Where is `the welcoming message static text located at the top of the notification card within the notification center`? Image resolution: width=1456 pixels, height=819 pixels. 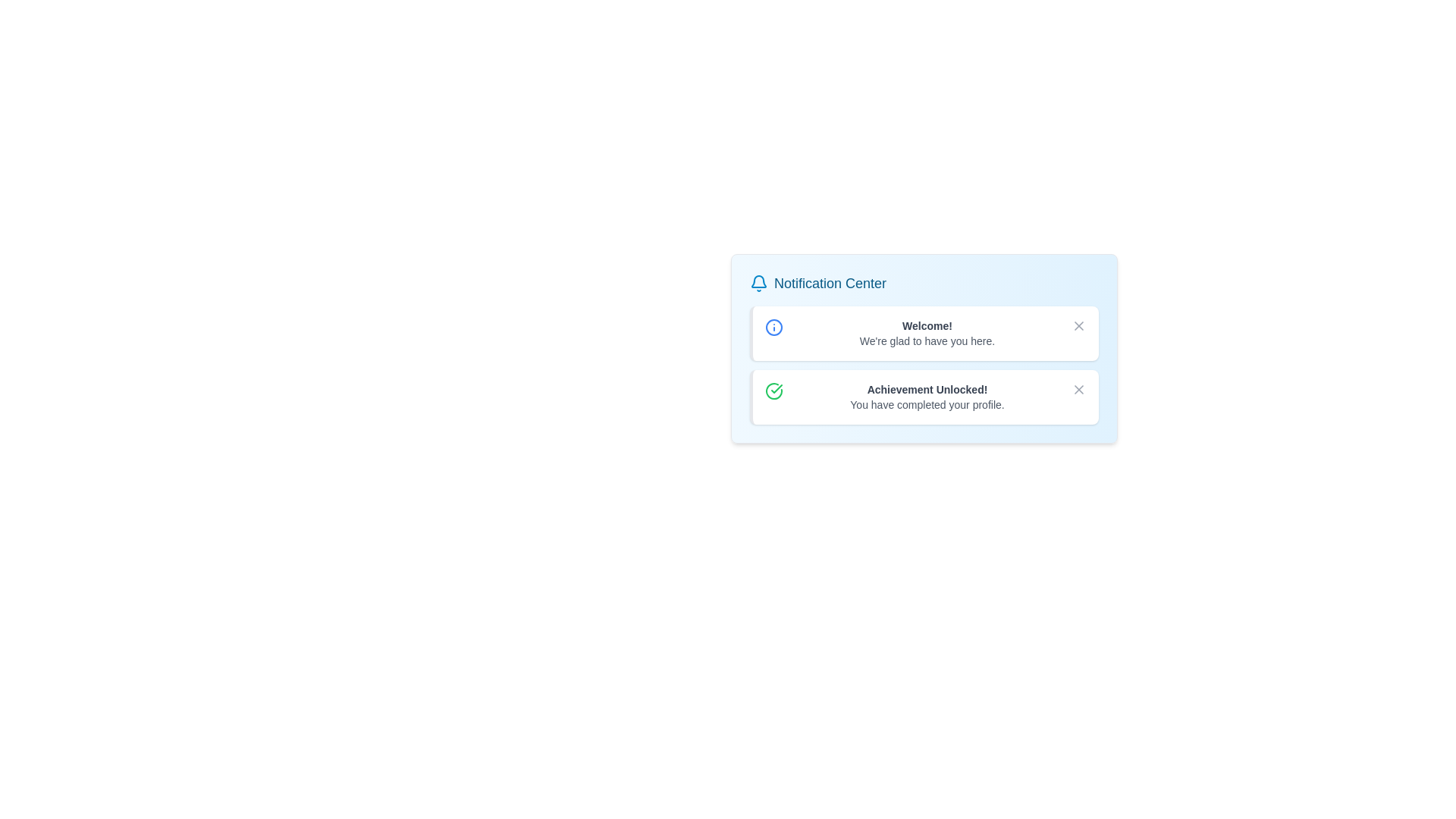
the welcoming message static text located at the top of the notification card within the notification center is located at coordinates (927, 325).